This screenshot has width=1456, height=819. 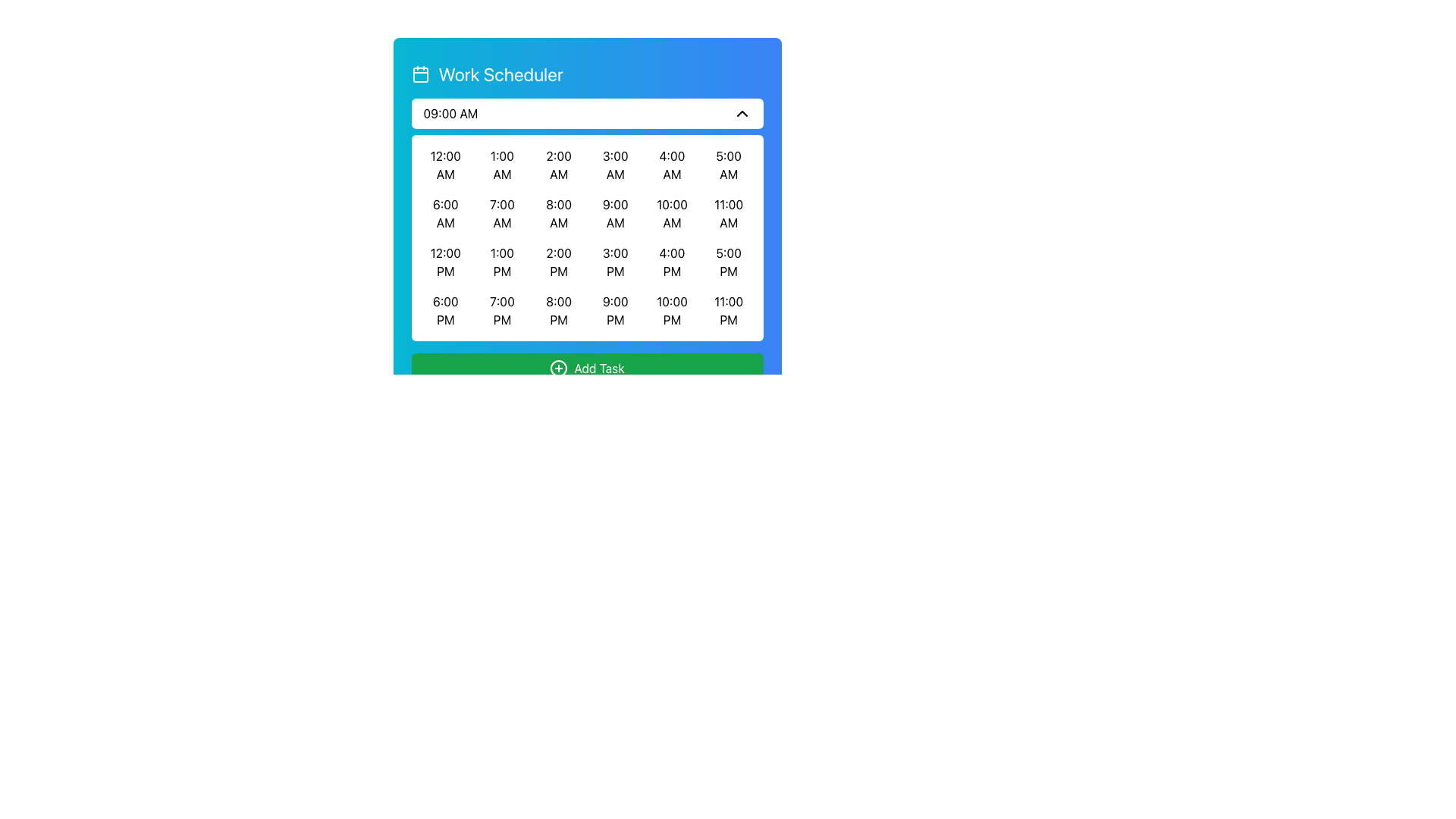 What do you see at coordinates (558, 369) in the screenshot?
I see `the circular visual indicator located at the center of the green 'Add Task' button in the 'Work Scheduler' panel` at bounding box center [558, 369].